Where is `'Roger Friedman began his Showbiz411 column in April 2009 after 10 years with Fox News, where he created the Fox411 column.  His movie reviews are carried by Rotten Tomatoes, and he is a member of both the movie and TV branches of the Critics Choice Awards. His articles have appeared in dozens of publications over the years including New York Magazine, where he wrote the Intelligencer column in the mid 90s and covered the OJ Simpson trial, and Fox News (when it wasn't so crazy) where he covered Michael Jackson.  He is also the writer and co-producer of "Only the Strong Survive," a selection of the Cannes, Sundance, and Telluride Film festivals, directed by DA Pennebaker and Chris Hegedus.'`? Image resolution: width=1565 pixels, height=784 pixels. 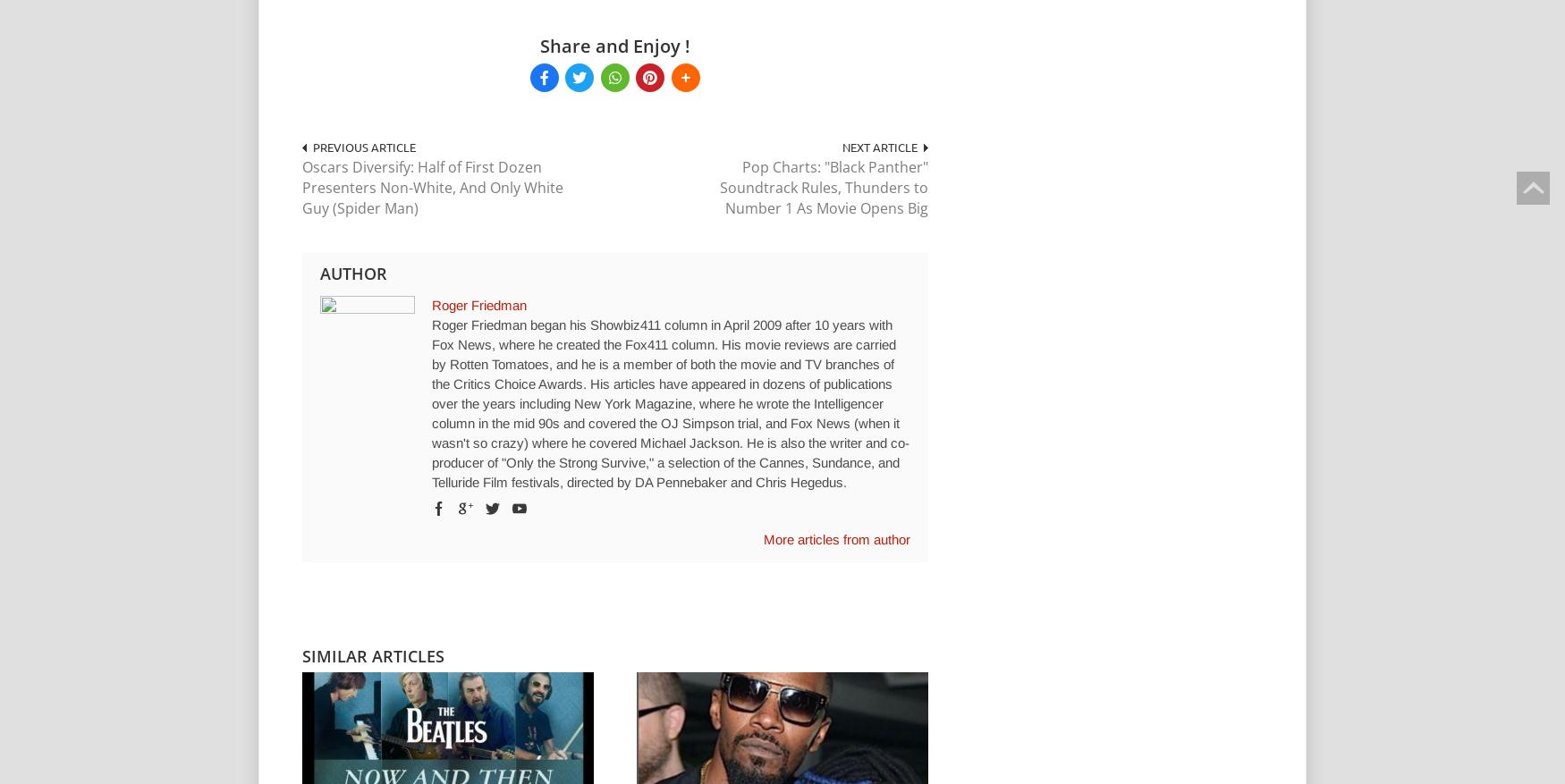 'Roger Friedman began his Showbiz411 column in April 2009 after 10 years with Fox News, where he created the Fox411 column.  His movie reviews are carried by Rotten Tomatoes, and he is a member of both the movie and TV branches of the Critics Choice Awards. His articles have appeared in dozens of publications over the years including New York Magazine, where he wrote the Intelligencer column in the mid 90s and covered the OJ Simpson trial, and Fox News (when it wasn't so crazy) where he covered Michael Jackson.  He is also the writer and co-producer of "Only the Strong Survive," a selection of the Cannes, Sundance, and Telluride Film festivals, directed by DA Pennebaker and Chris Hegedus.' is located at coordinates (671, 402).